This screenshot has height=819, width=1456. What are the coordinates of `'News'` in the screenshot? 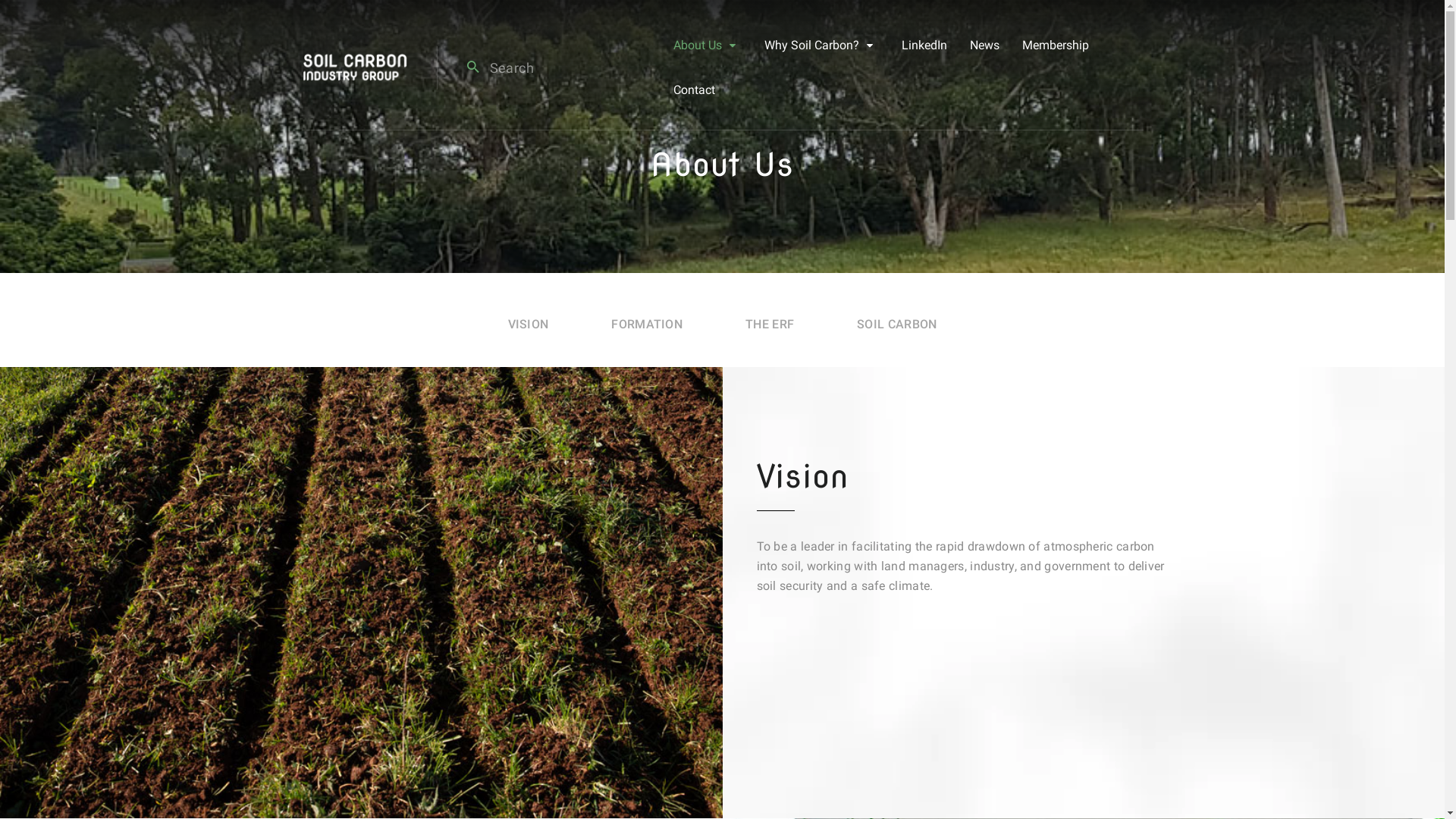 It's located at (968, 44).